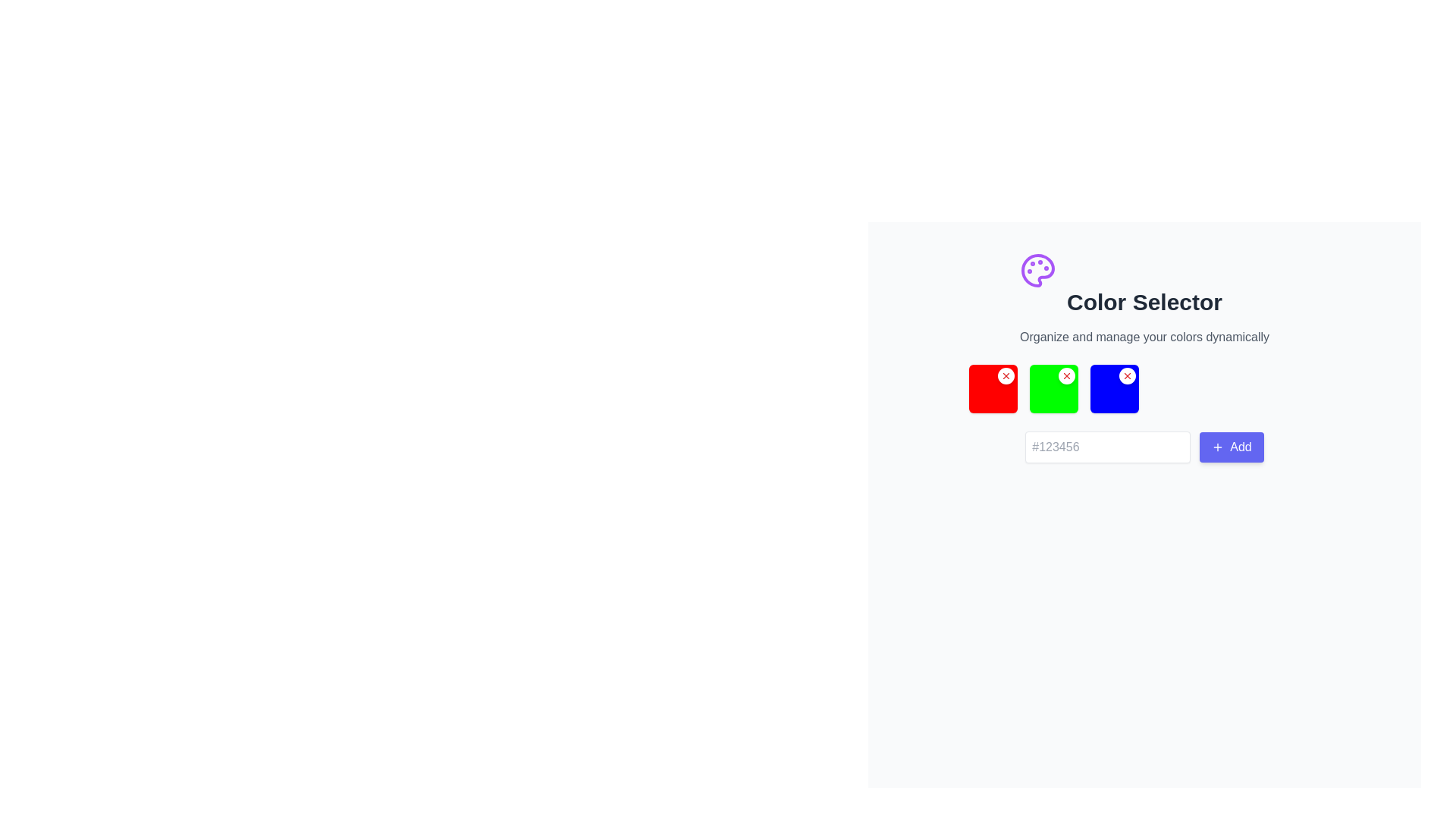  What do you see at coordinates (1006, 375) in the screenshot?
I see `the small red x icon (SVG-based) located in the top-right corner of the green color box` at bounding box center [1006, 375].